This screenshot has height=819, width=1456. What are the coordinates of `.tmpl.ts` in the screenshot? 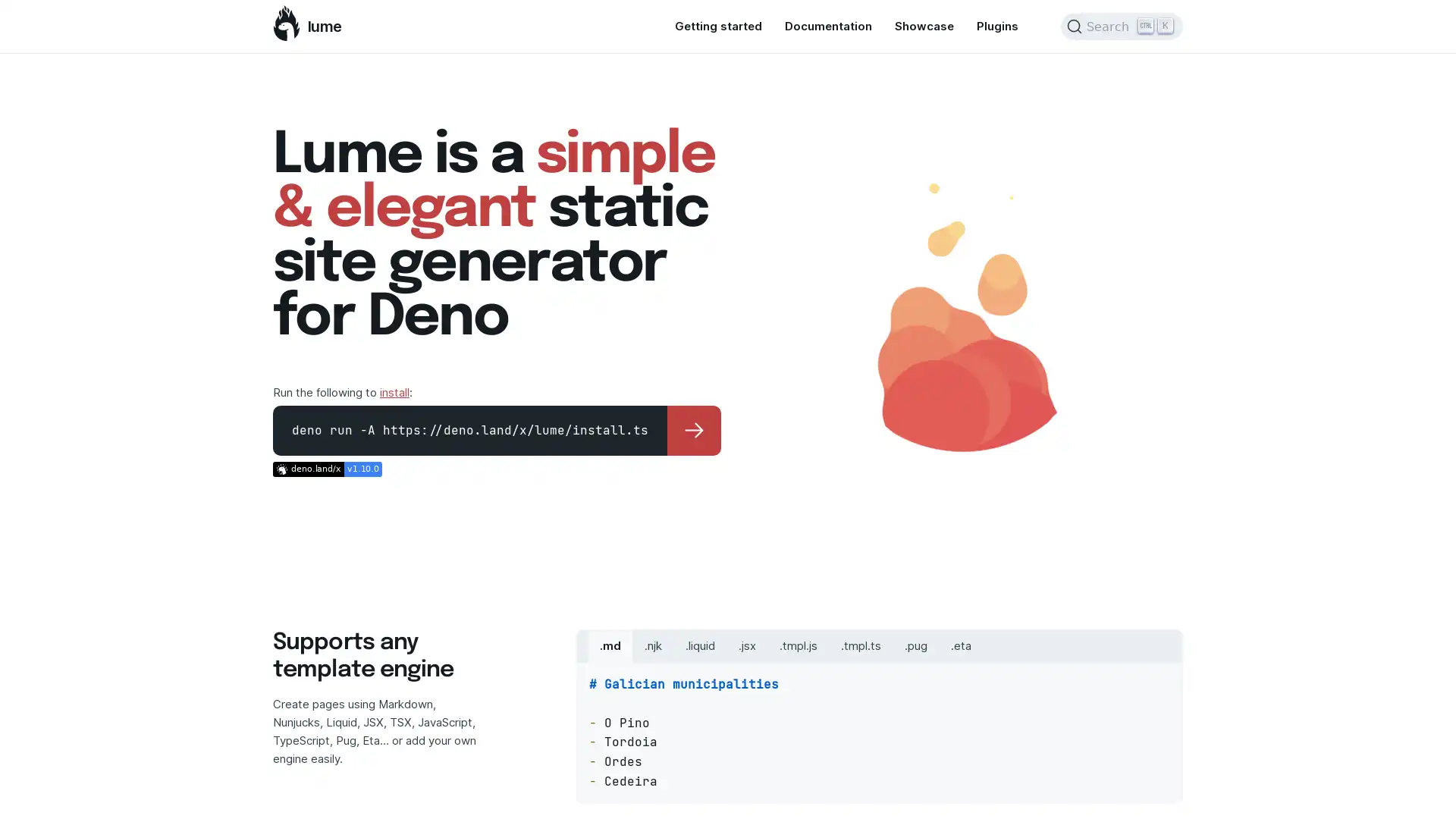 It's located at (861, 645).